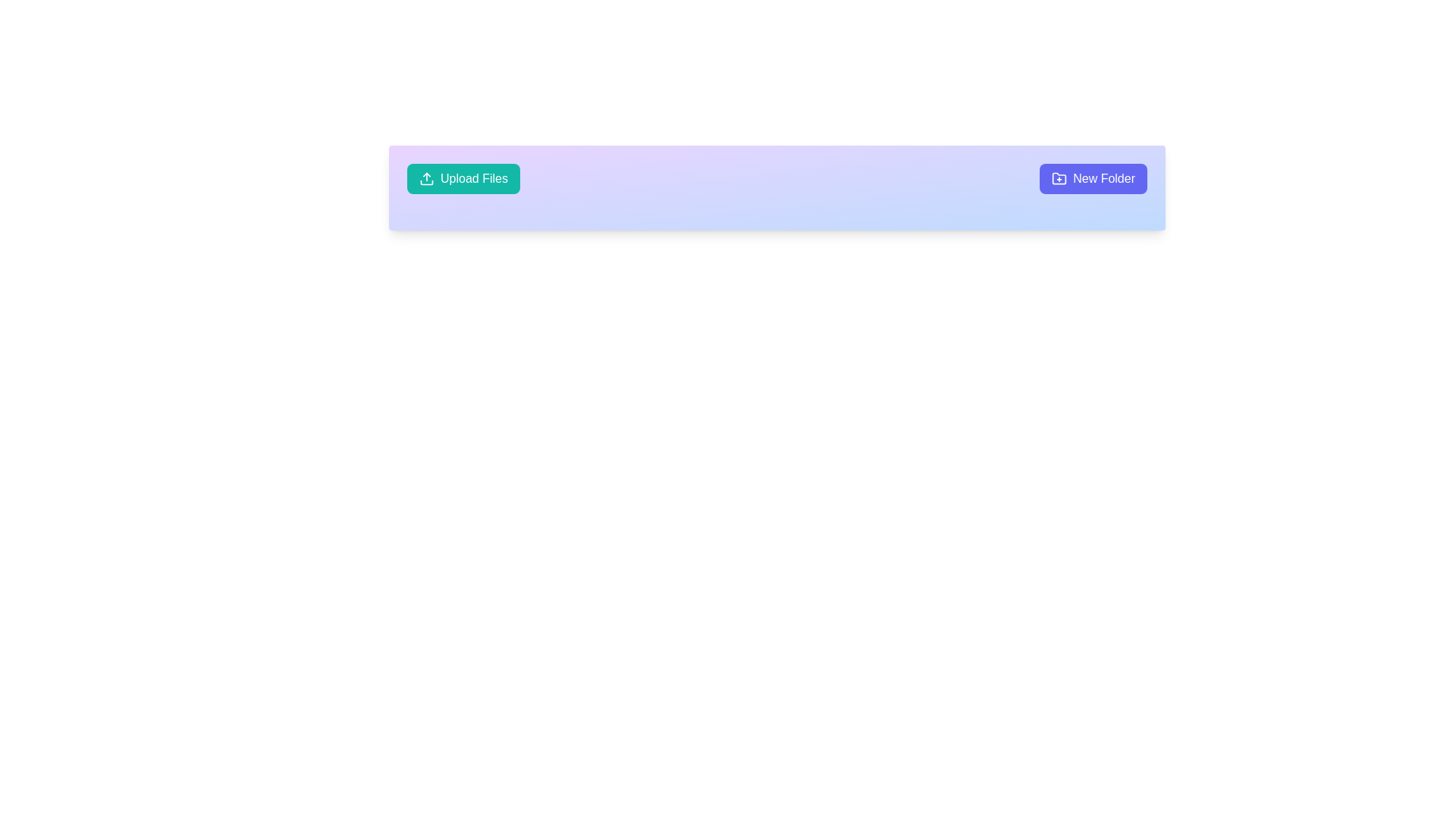 This screenshot has height=819, width=1456. Describe the element at coordinates (1059, 177) in the screenshot. I see `the small folder icon with a plus sign embedded within the 'New Folder' button, which is located at the left side of the button, aligned with the text 'New Folder'` at that location.